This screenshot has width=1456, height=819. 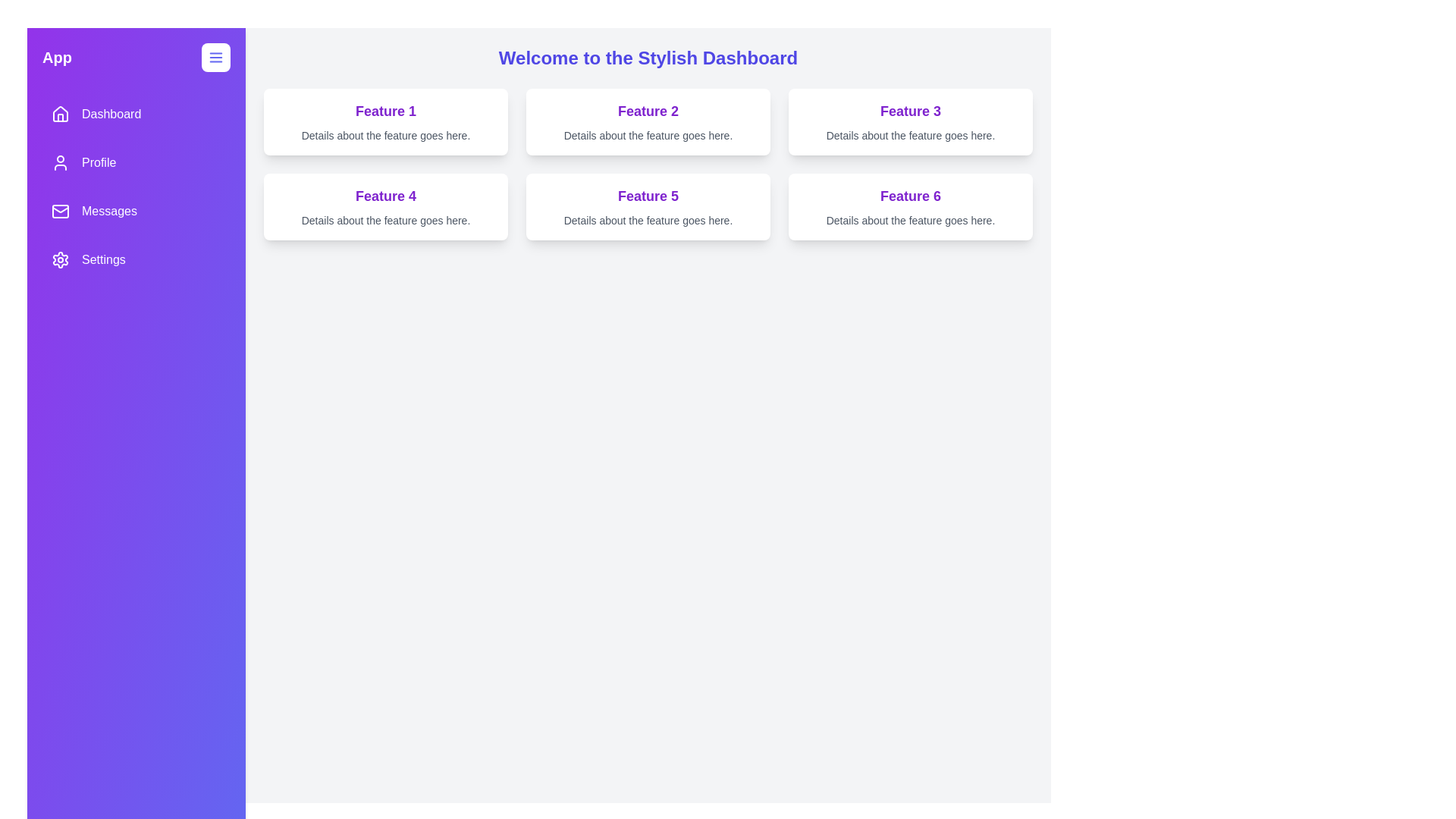 I want to click on the 'Profile' icon located in the sidebar menu, so click(x=61, y=163).